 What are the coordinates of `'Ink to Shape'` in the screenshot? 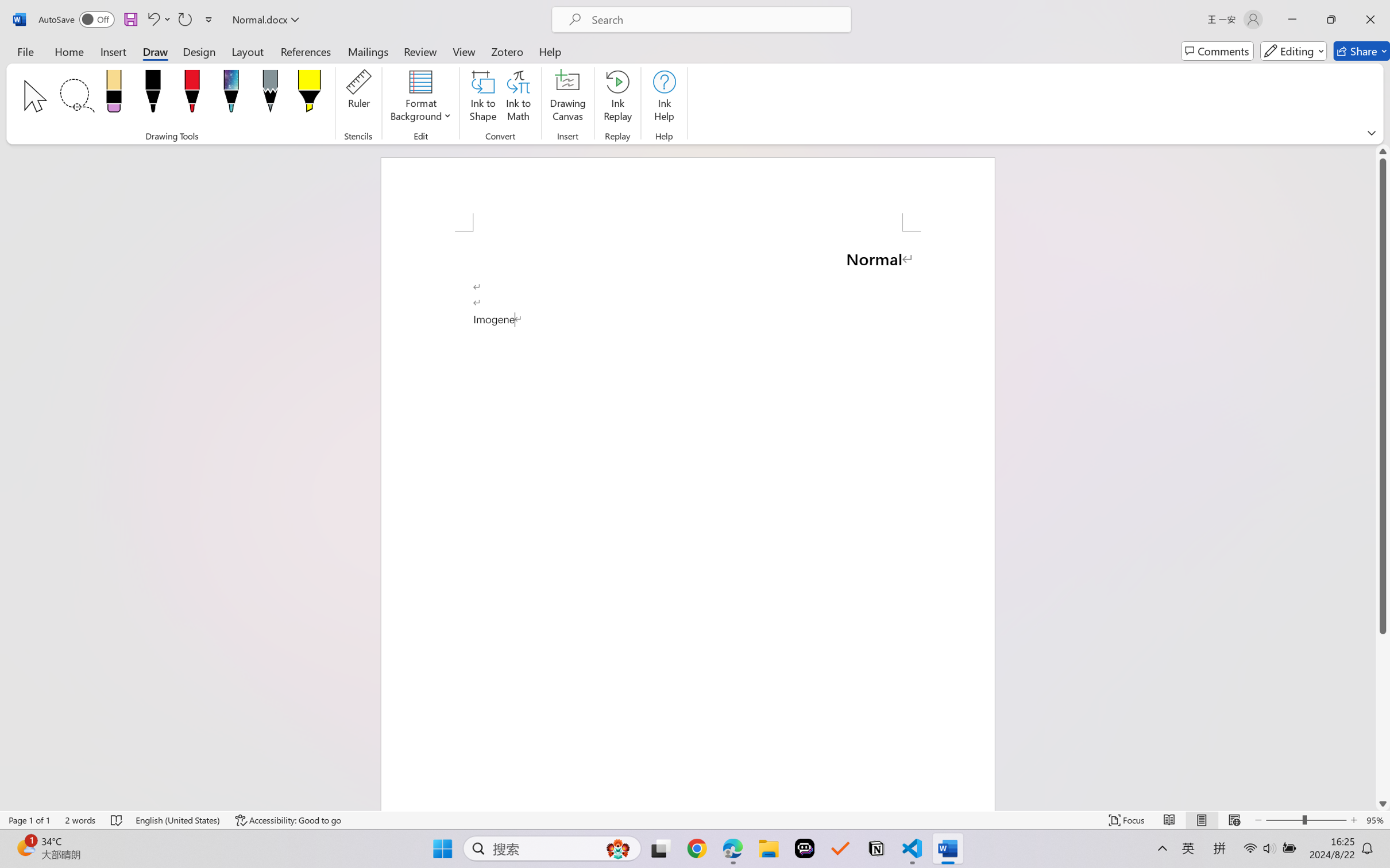 It's located at (482, 98).